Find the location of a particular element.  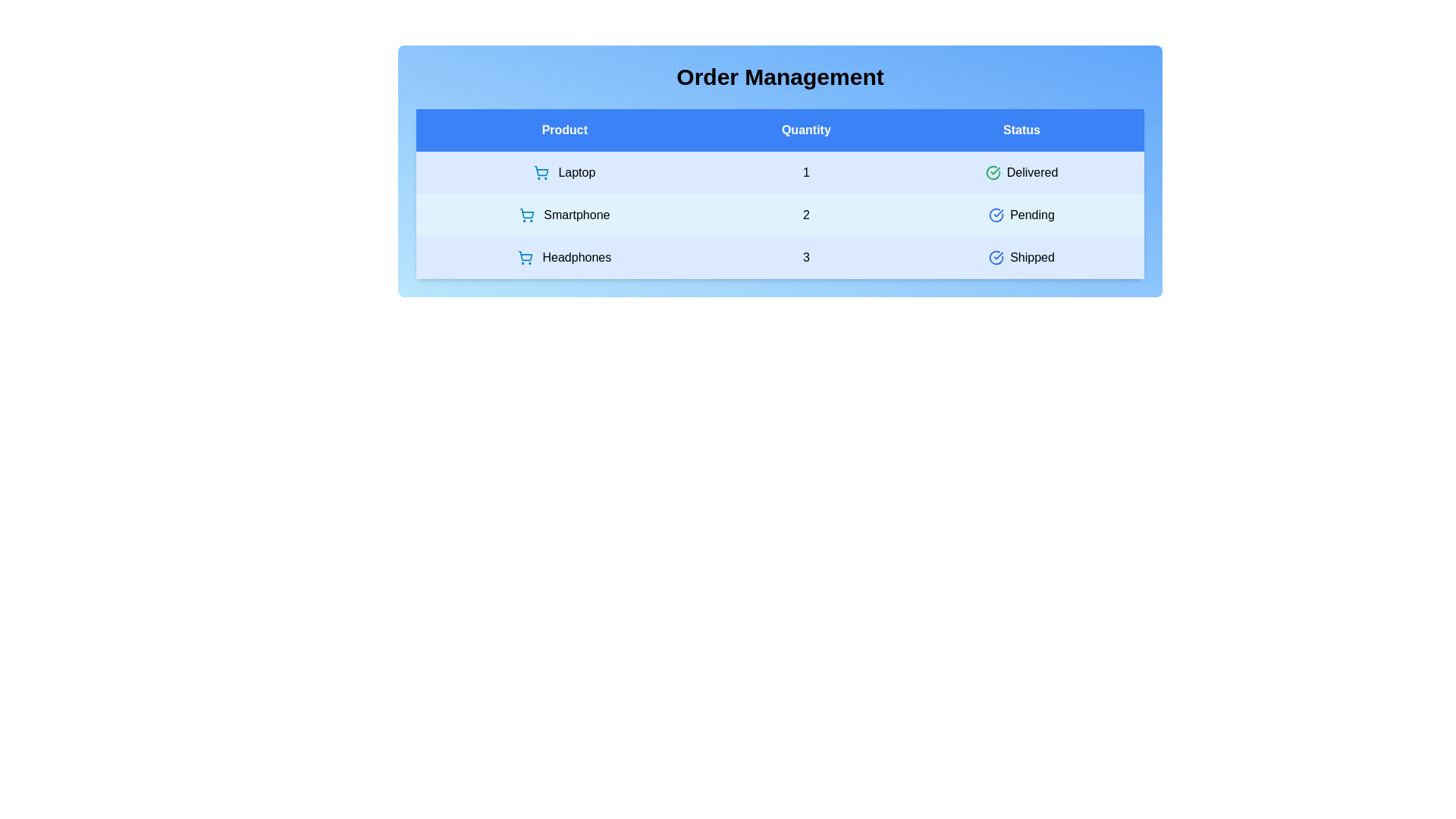

the status icon for the product Headphones to view its details is located at coordinates (996, 256).